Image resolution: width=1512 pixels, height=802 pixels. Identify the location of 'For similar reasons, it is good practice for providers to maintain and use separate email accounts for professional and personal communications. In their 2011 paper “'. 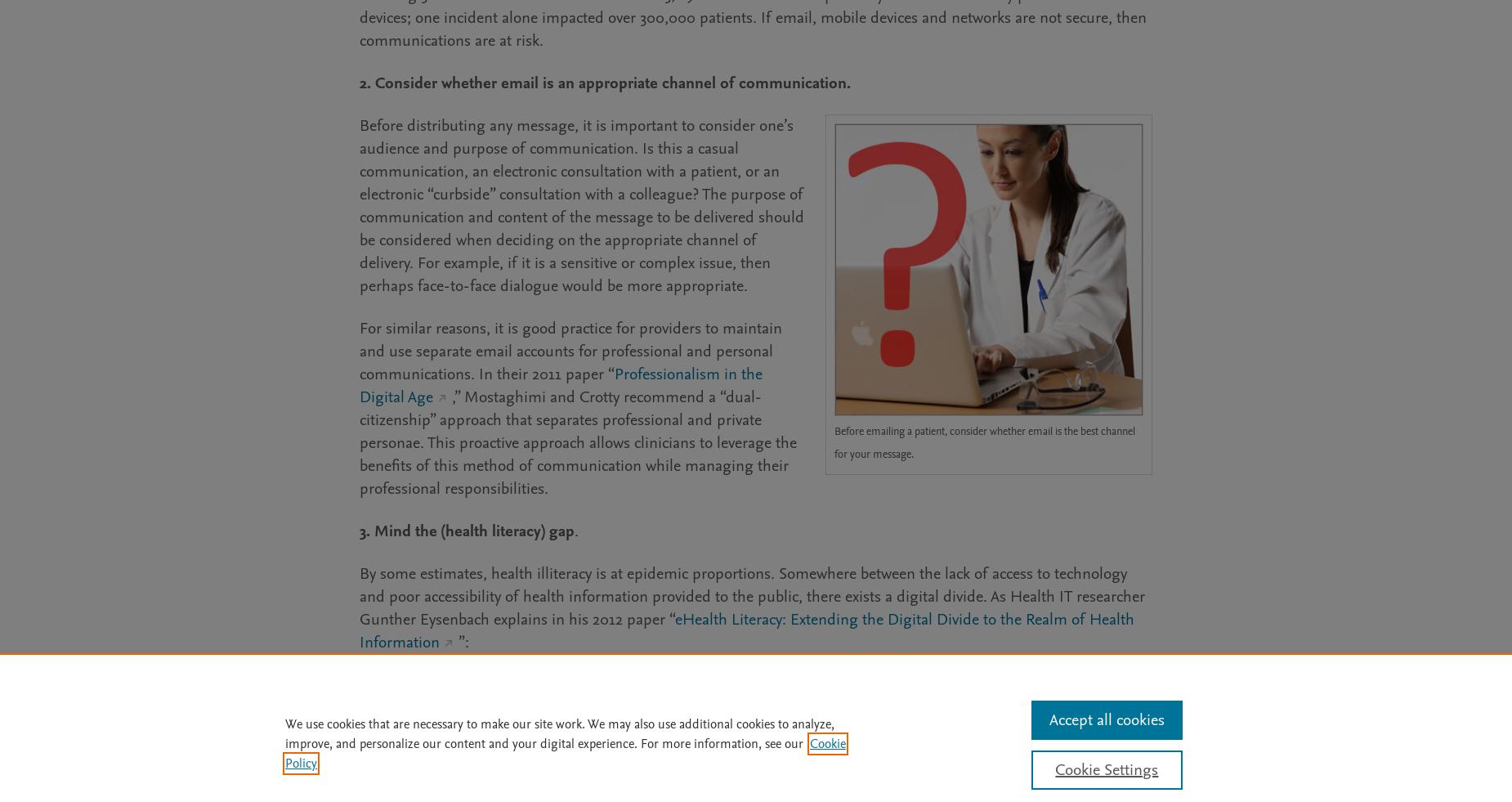
(570, 349).